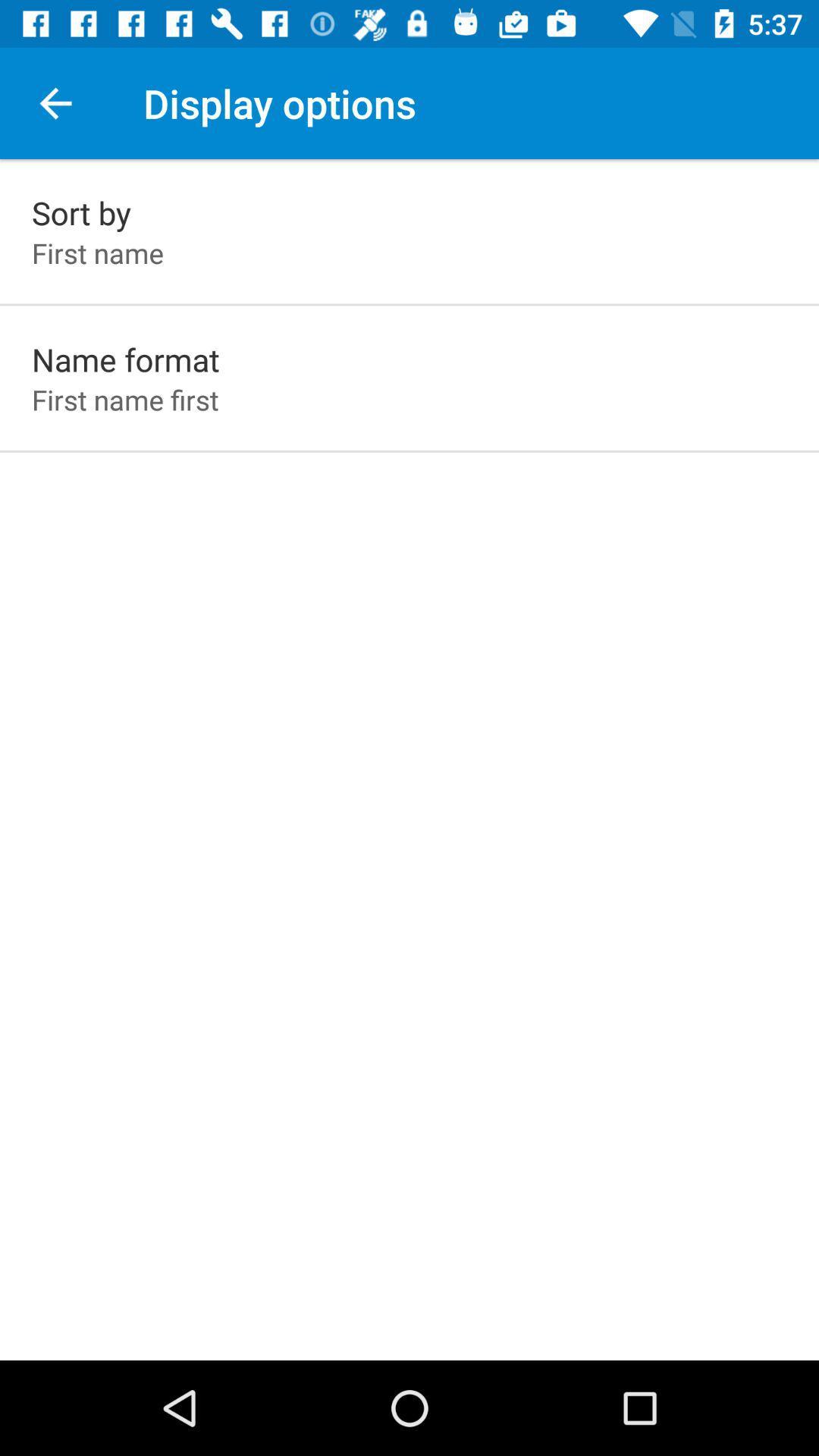  What do you see at coordinates (124, 359) in the screenshot?
I see `item above first name first item` at bounding box center [124, 359].